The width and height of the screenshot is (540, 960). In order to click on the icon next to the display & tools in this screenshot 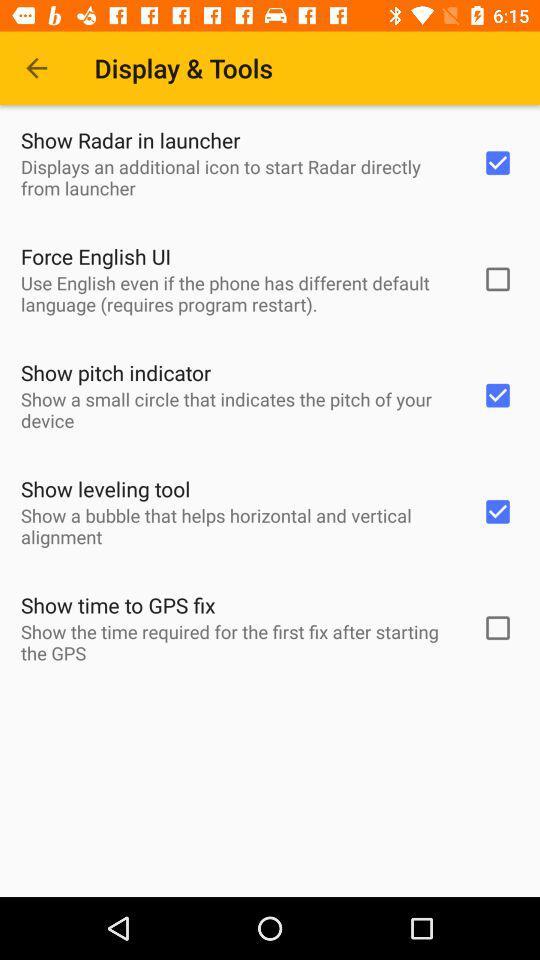, I will do `click(36, 68)`.